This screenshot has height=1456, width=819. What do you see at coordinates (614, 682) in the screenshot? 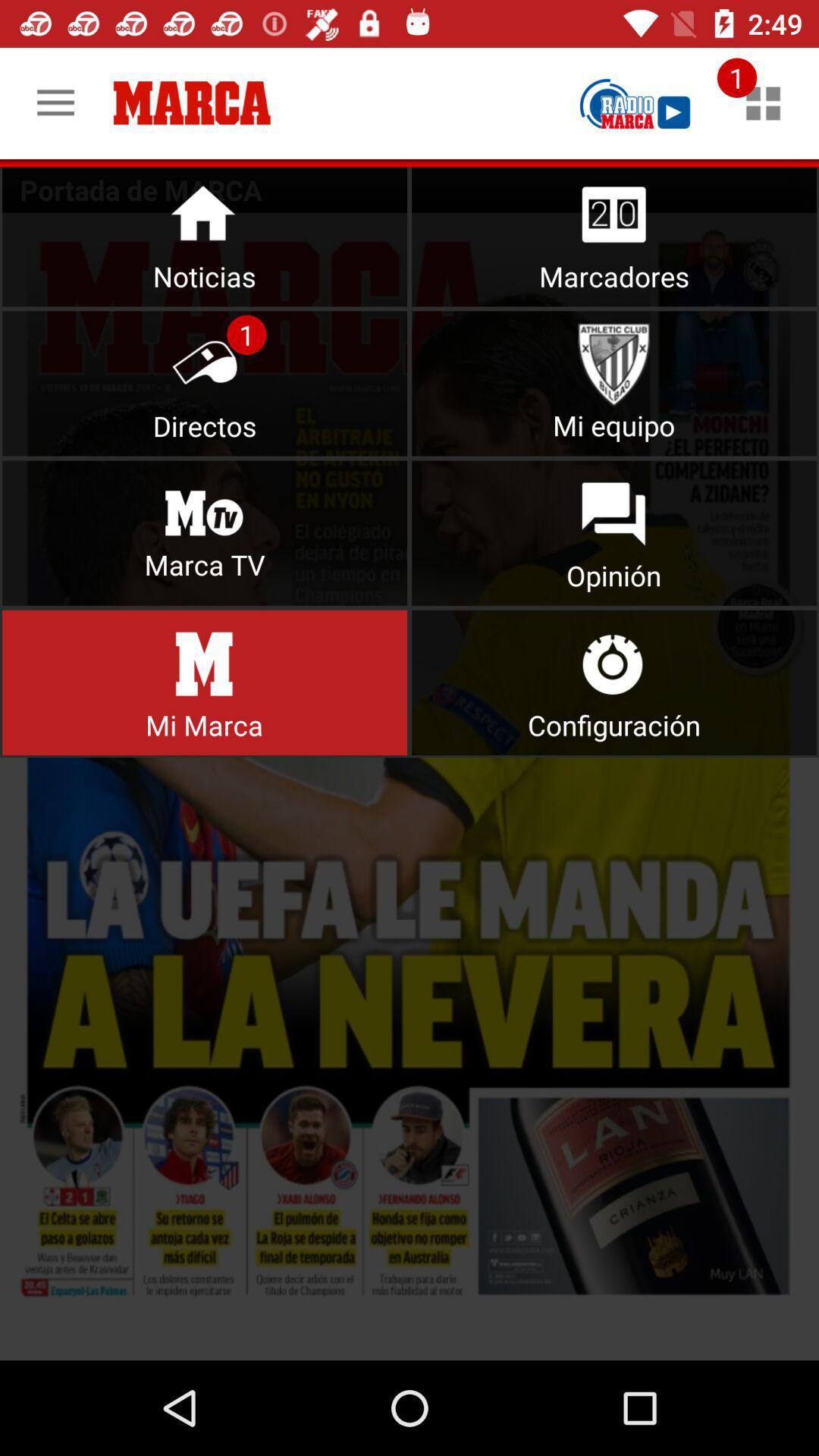
I see `button on navigation bar` at bounding box center [614, 682].